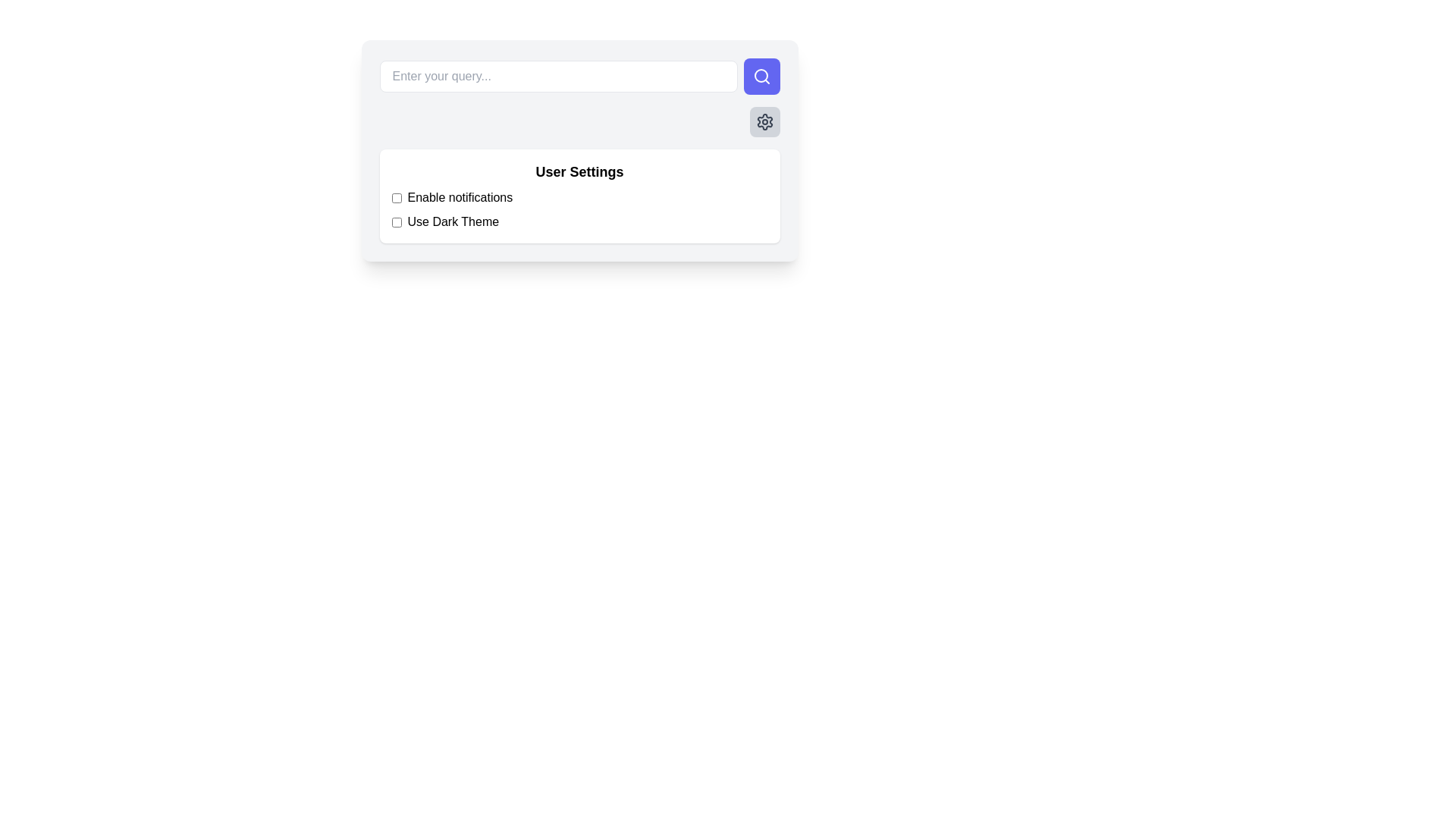 The width and height of the screenshot is (1456, 819). What do you see at coordinates (764, 121) in the screenshot?
I see `the settings menu icon located at the top-right corner of the interface, adjacent to the search field` at bounding box center [764, 121].